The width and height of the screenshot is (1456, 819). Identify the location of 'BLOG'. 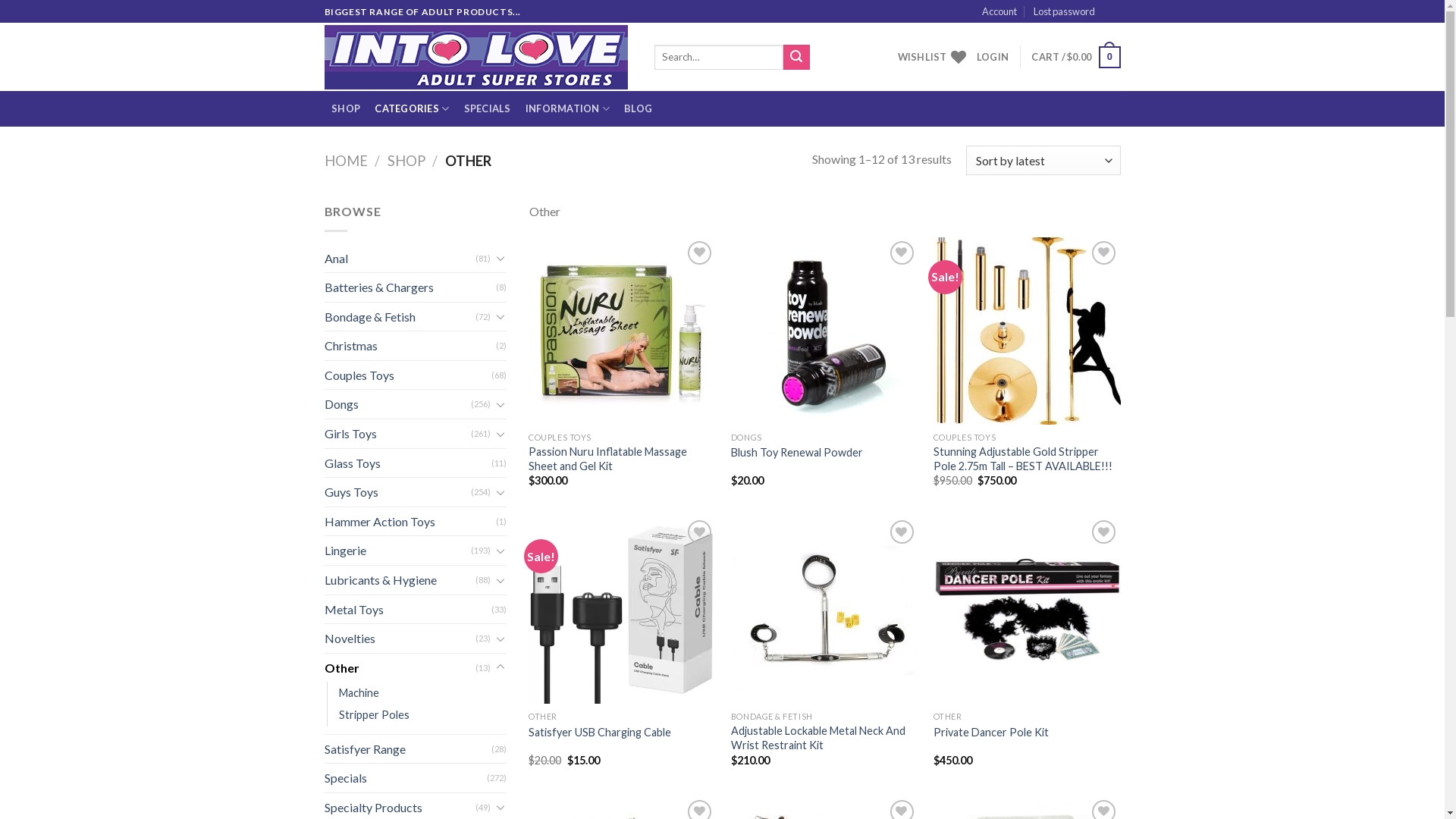
(638, 108).